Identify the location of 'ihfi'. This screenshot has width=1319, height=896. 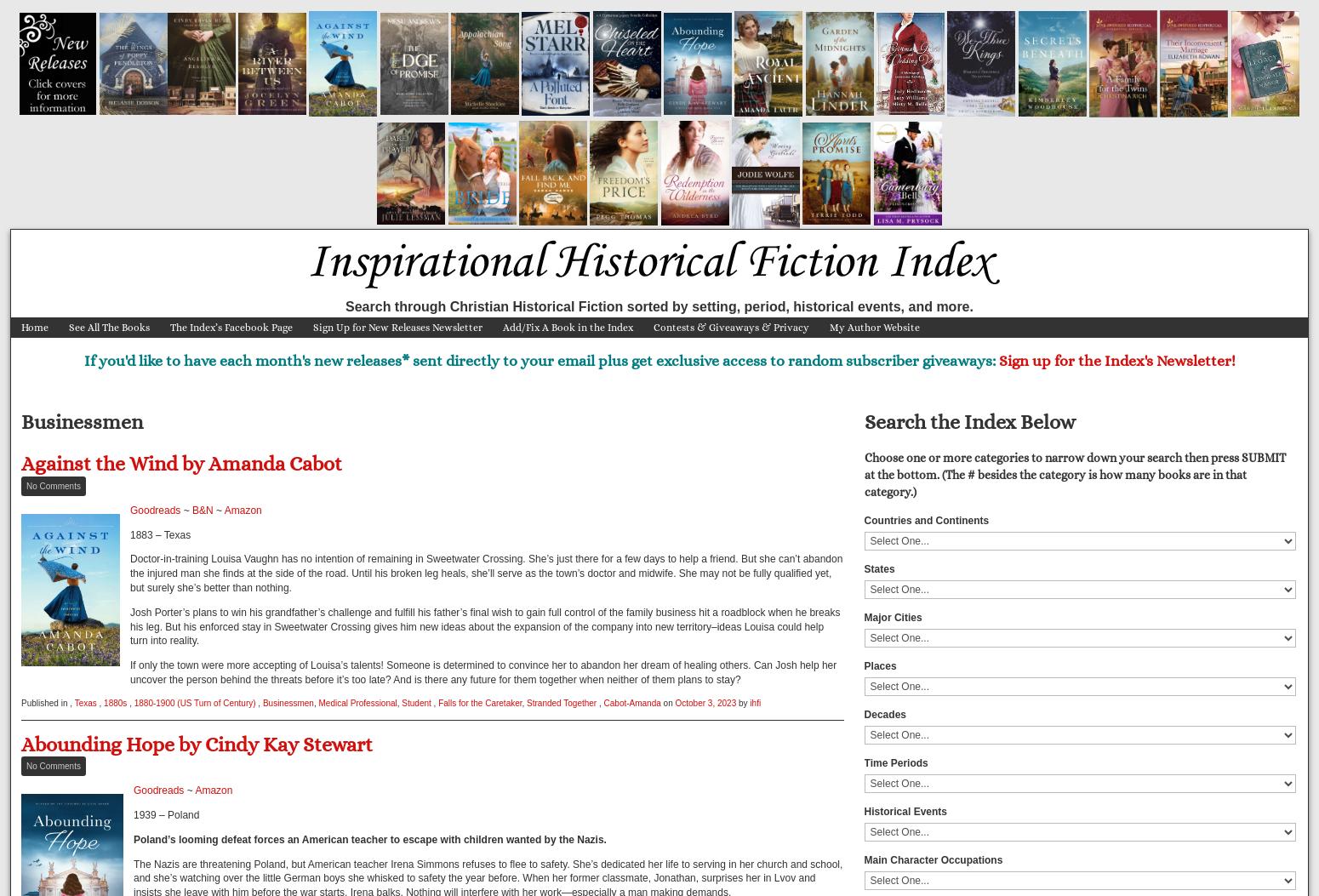
(755, 701).